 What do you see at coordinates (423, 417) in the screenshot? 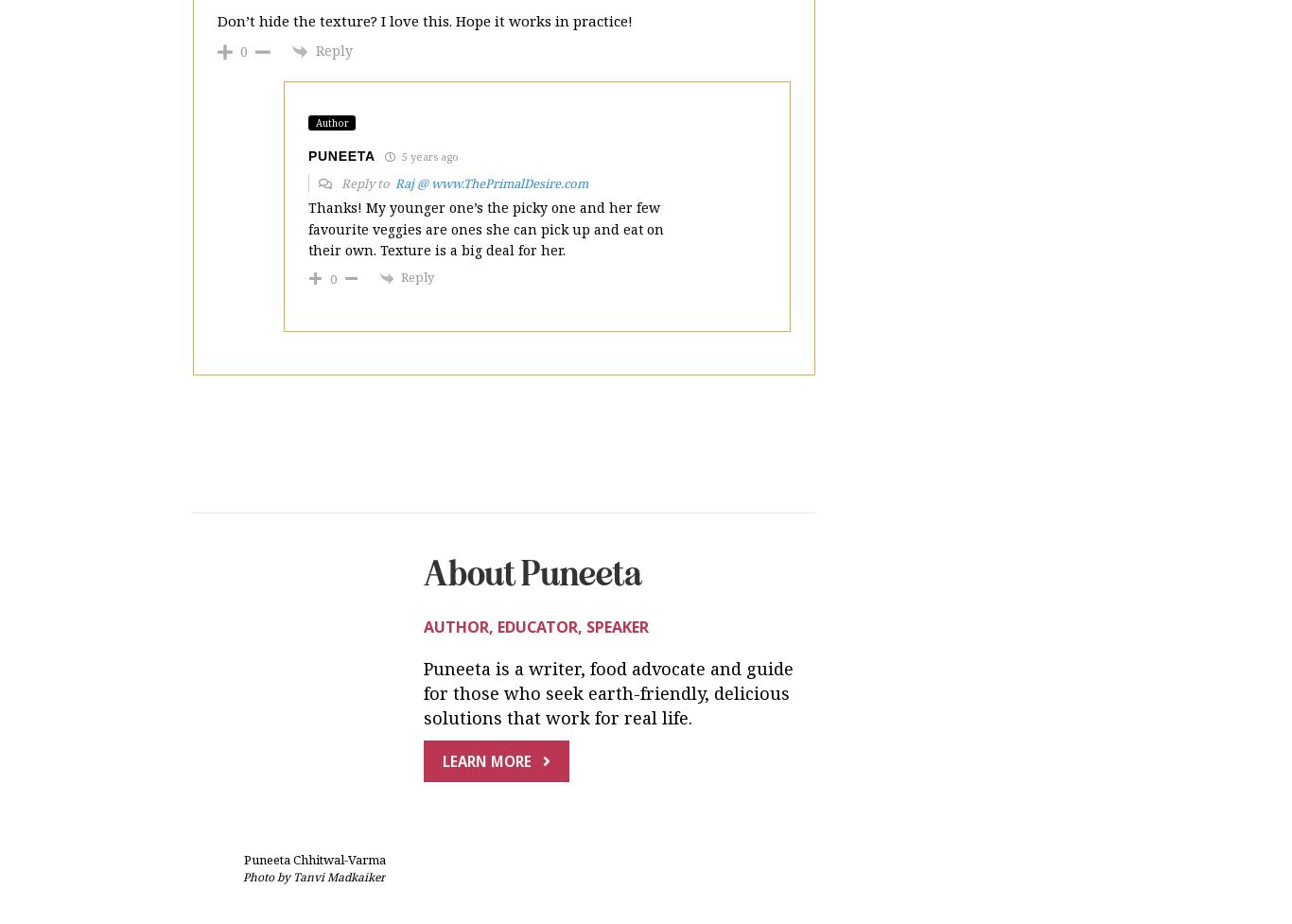
I see `'About Puneeta'` at bounding box center [423, 417].